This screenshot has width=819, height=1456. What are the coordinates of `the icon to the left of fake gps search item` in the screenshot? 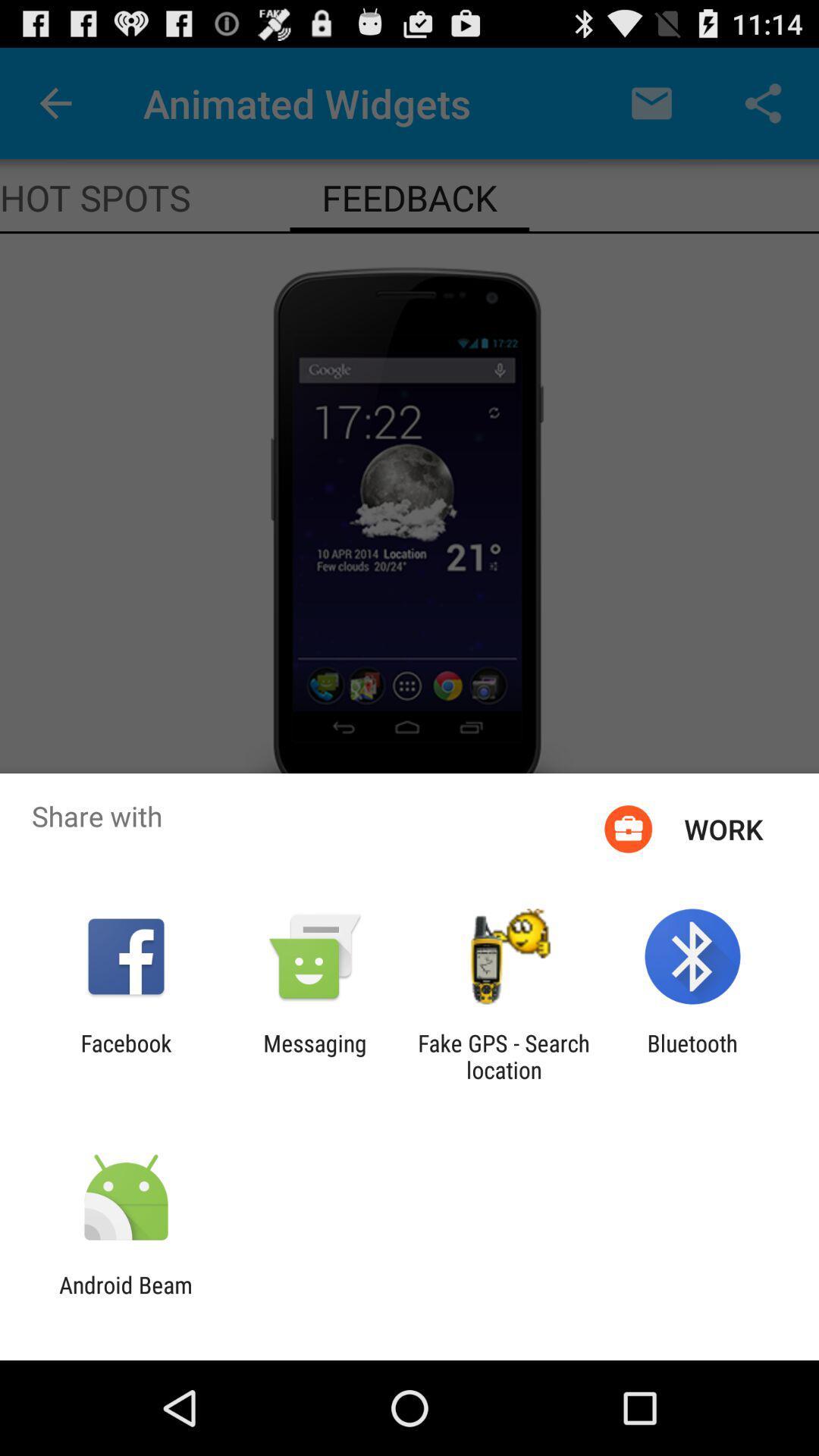 It's located at (314, 1056).